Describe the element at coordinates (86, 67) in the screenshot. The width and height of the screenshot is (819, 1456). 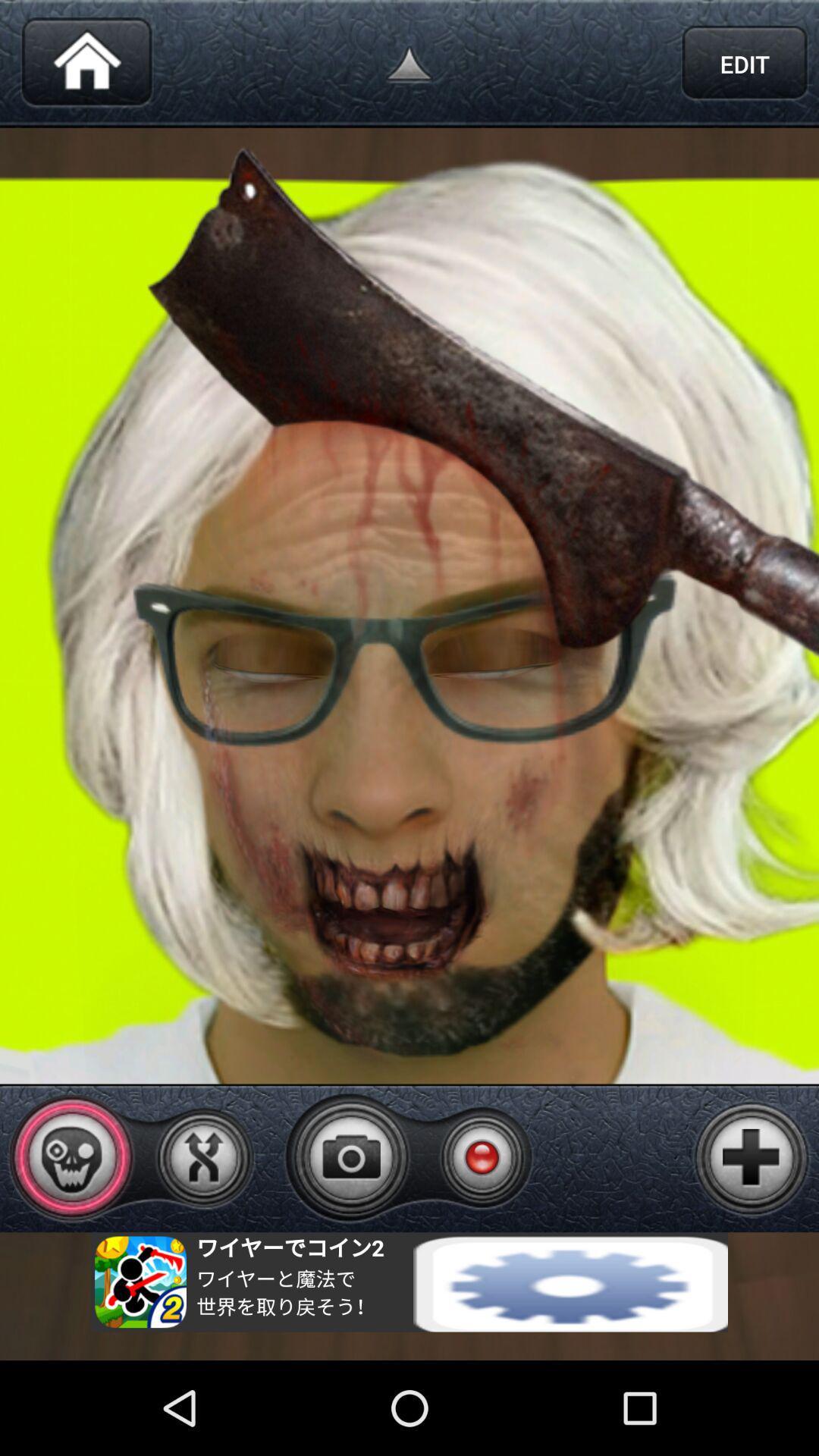
I see `the home icon` at that location.